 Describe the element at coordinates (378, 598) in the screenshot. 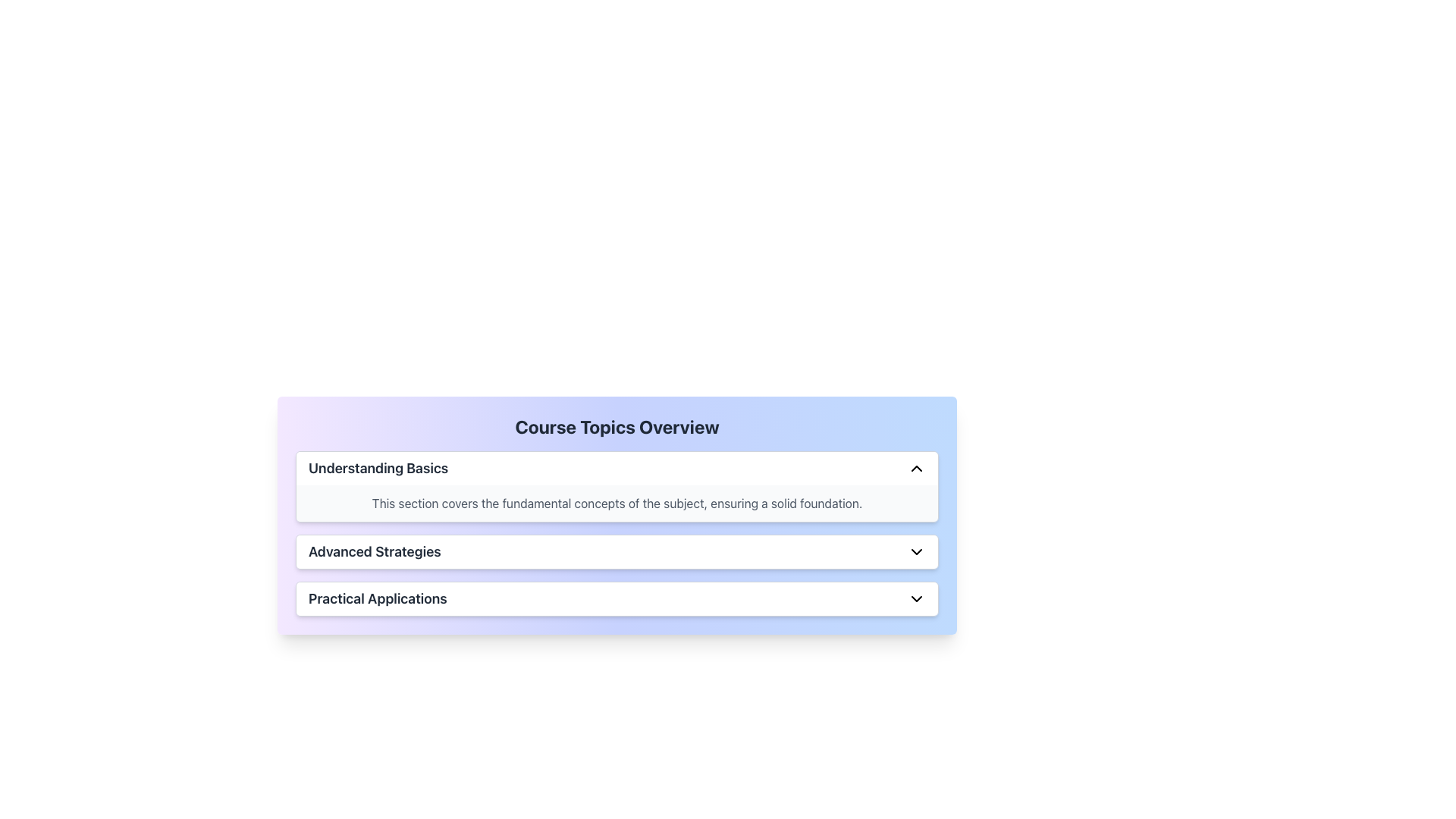

I see `the text label displaying 'Practical Applications', which is a bold heading aligned to the left in the third row of a vertically-stacked list` at that location.